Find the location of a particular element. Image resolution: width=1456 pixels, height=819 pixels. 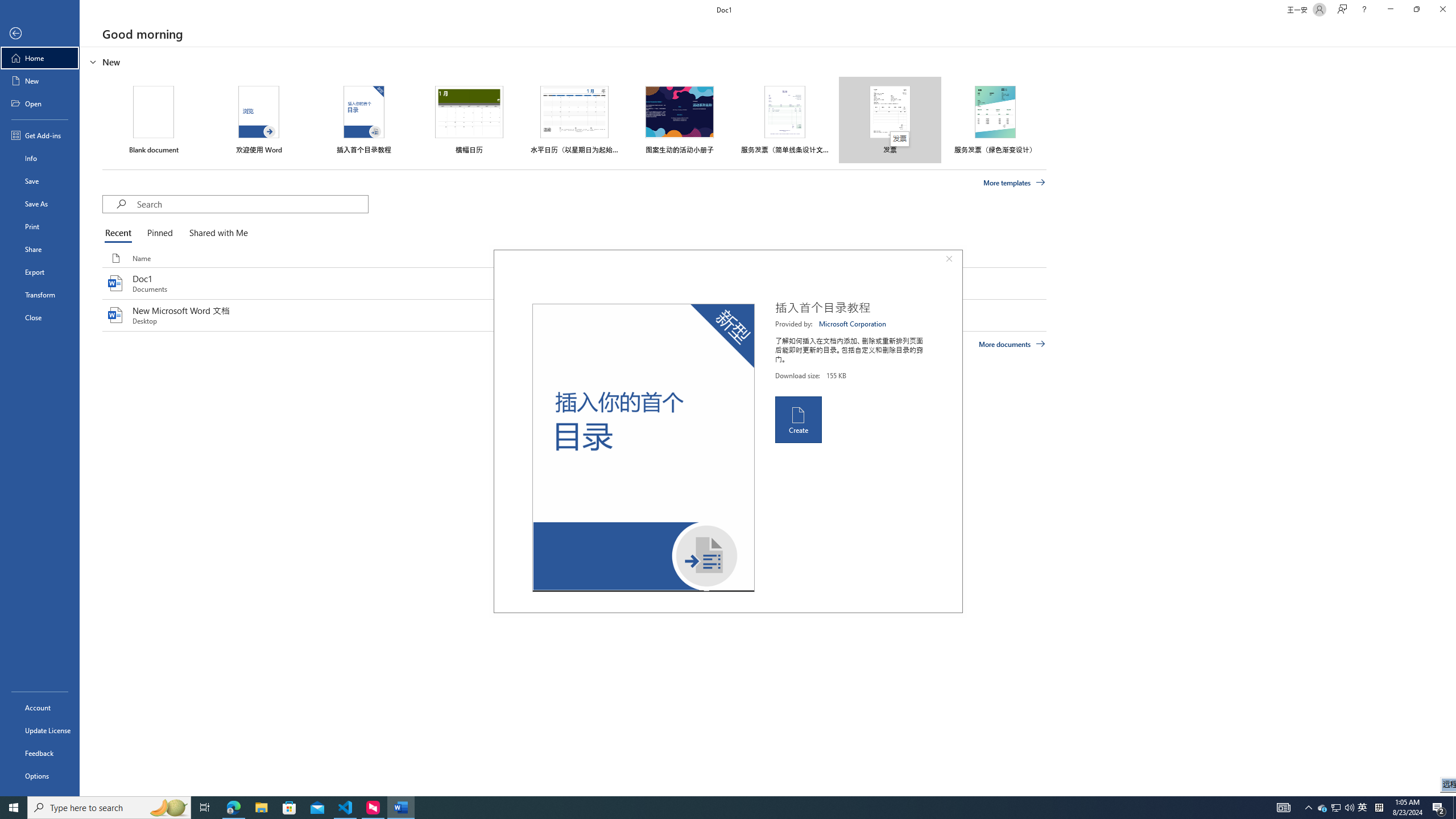

'Get Add-ins' is located at coordinates (39, 135).